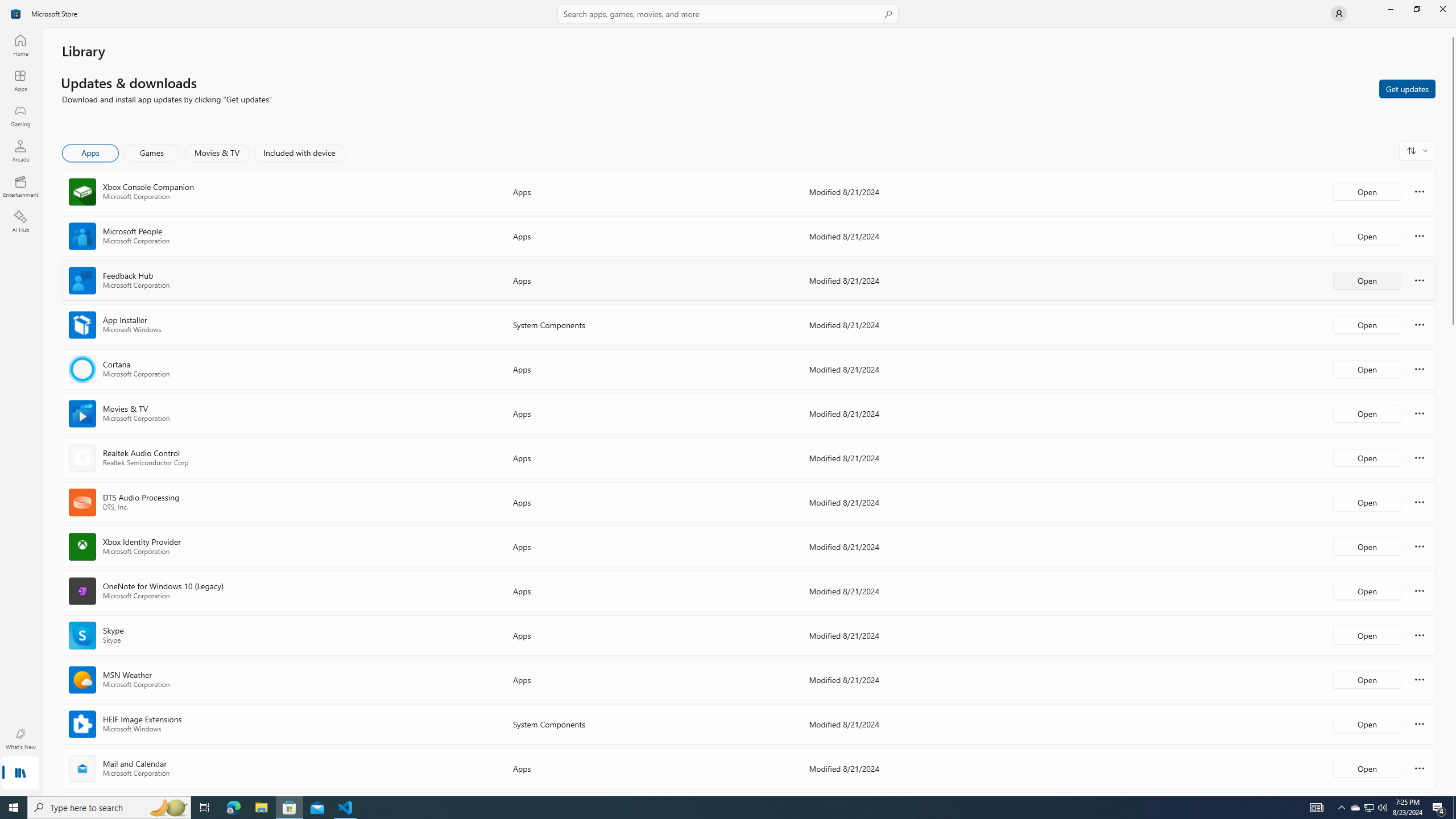 This screenshot has width=1456, height=819. Describe the element at coordinates (16, 13) in the screenshot. I see `'Class: Image'` at that location.